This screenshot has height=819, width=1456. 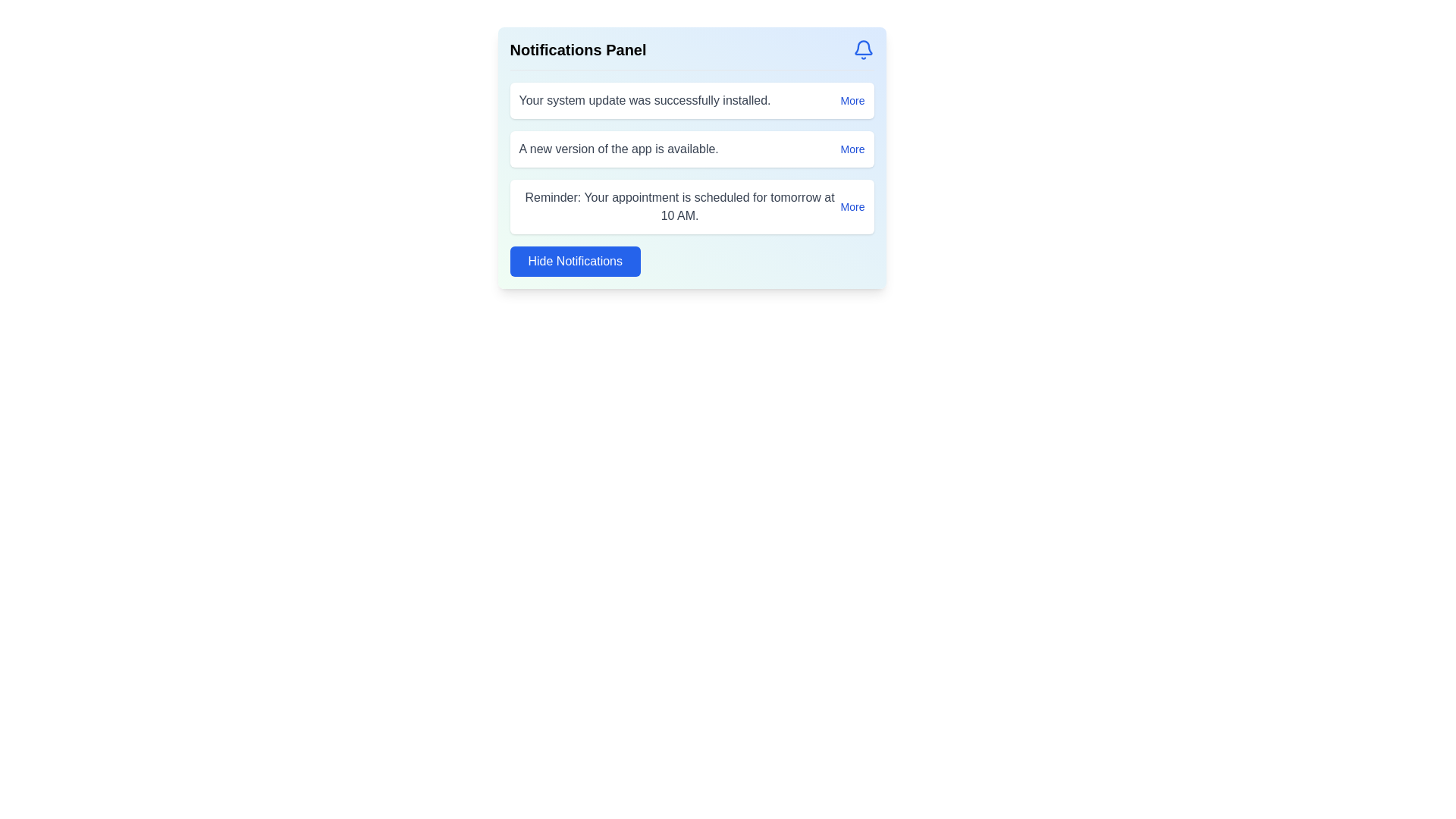 I want to click on the static text displaying the message 'Your system update was successfully installed.' which is positioned within the topmost notification, aligned with the 'More' button, so click(x=645, y=100).